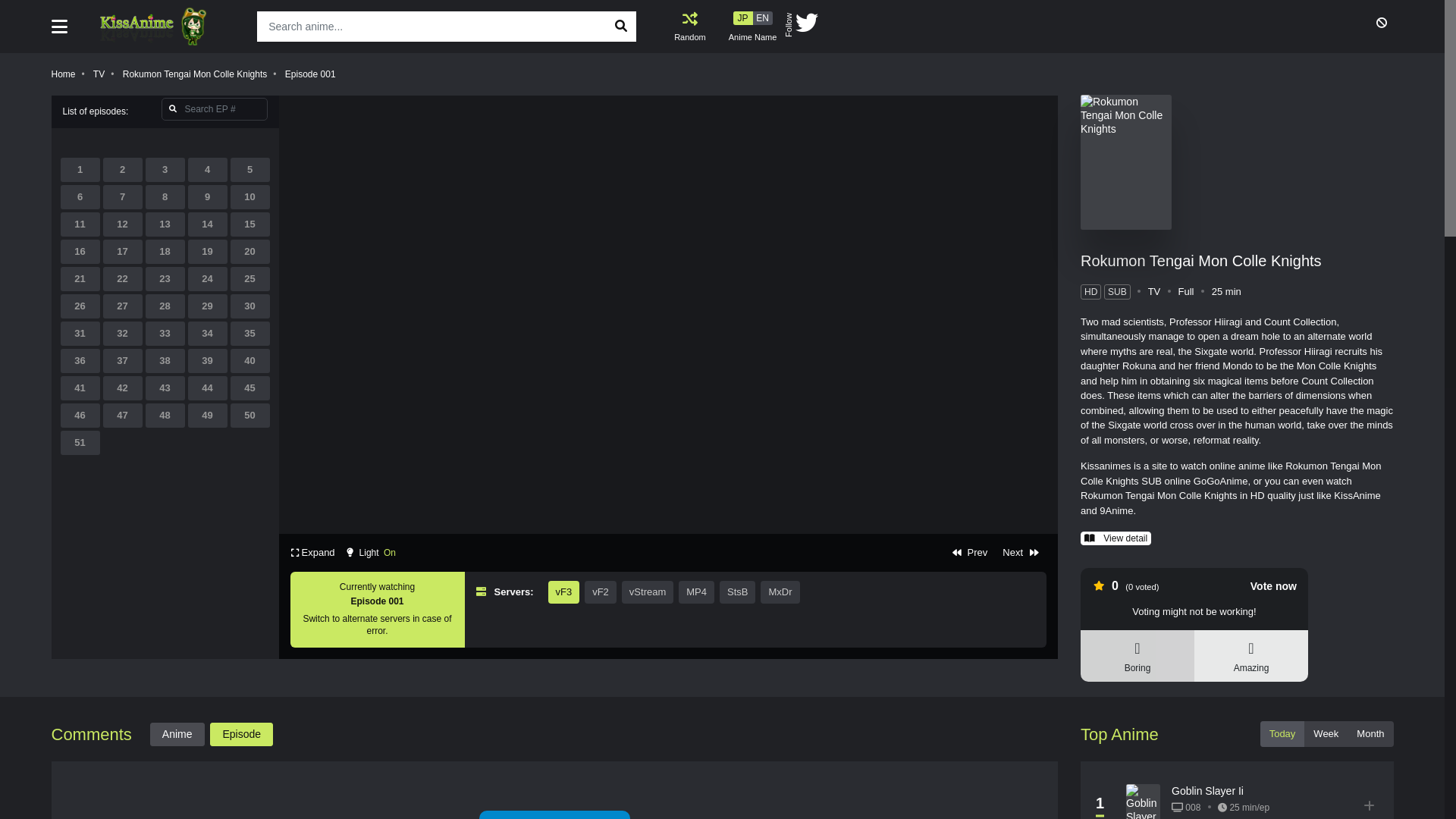 This screenshot has width=1456, height=819. What do you see at coordinates (165, 196) in the screenshot?
I see `'8'` at bounding box center [165, 196].